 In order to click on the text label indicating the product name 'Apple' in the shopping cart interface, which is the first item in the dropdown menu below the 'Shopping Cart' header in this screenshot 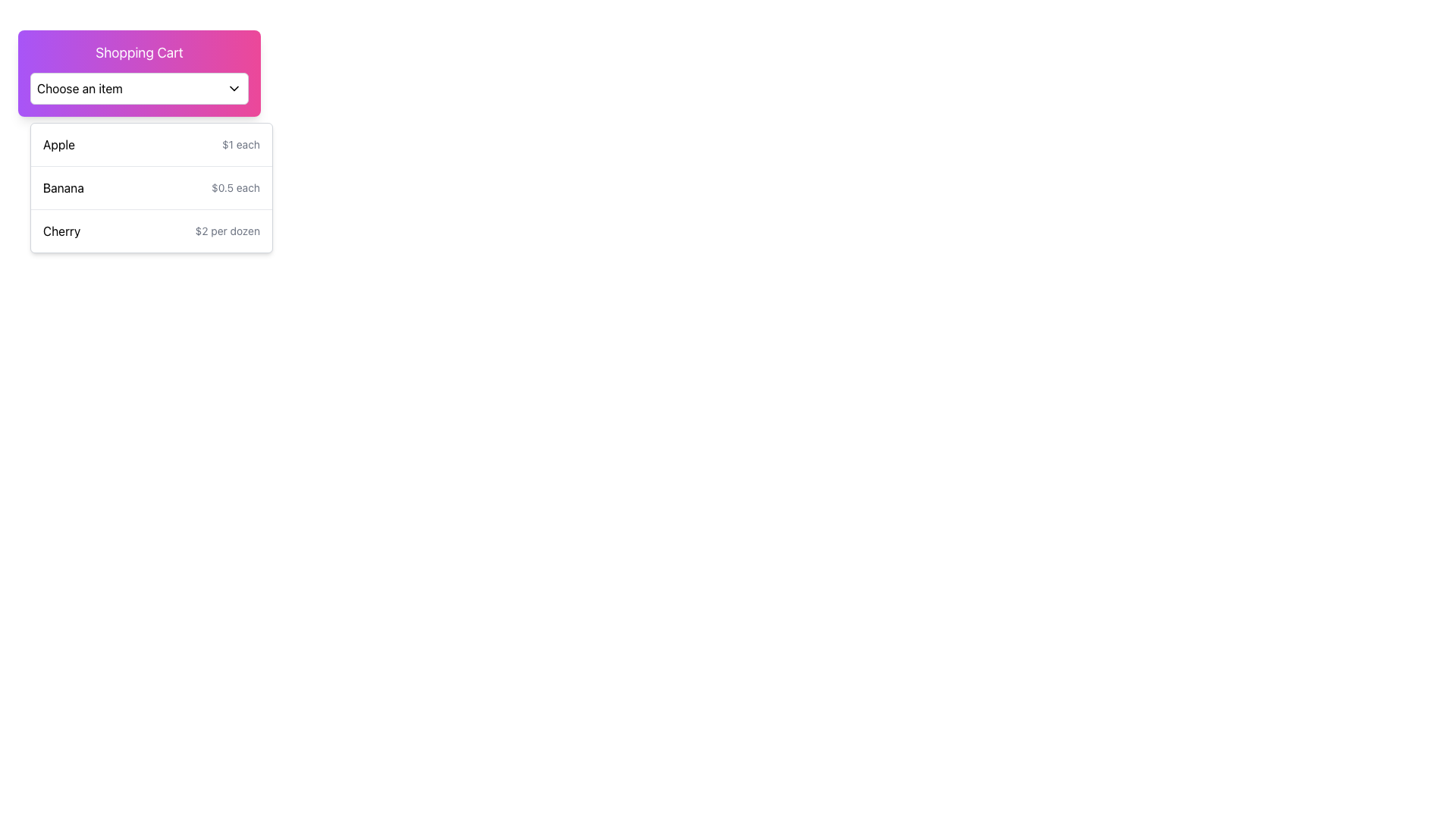, I will do `click(58, 145)`.